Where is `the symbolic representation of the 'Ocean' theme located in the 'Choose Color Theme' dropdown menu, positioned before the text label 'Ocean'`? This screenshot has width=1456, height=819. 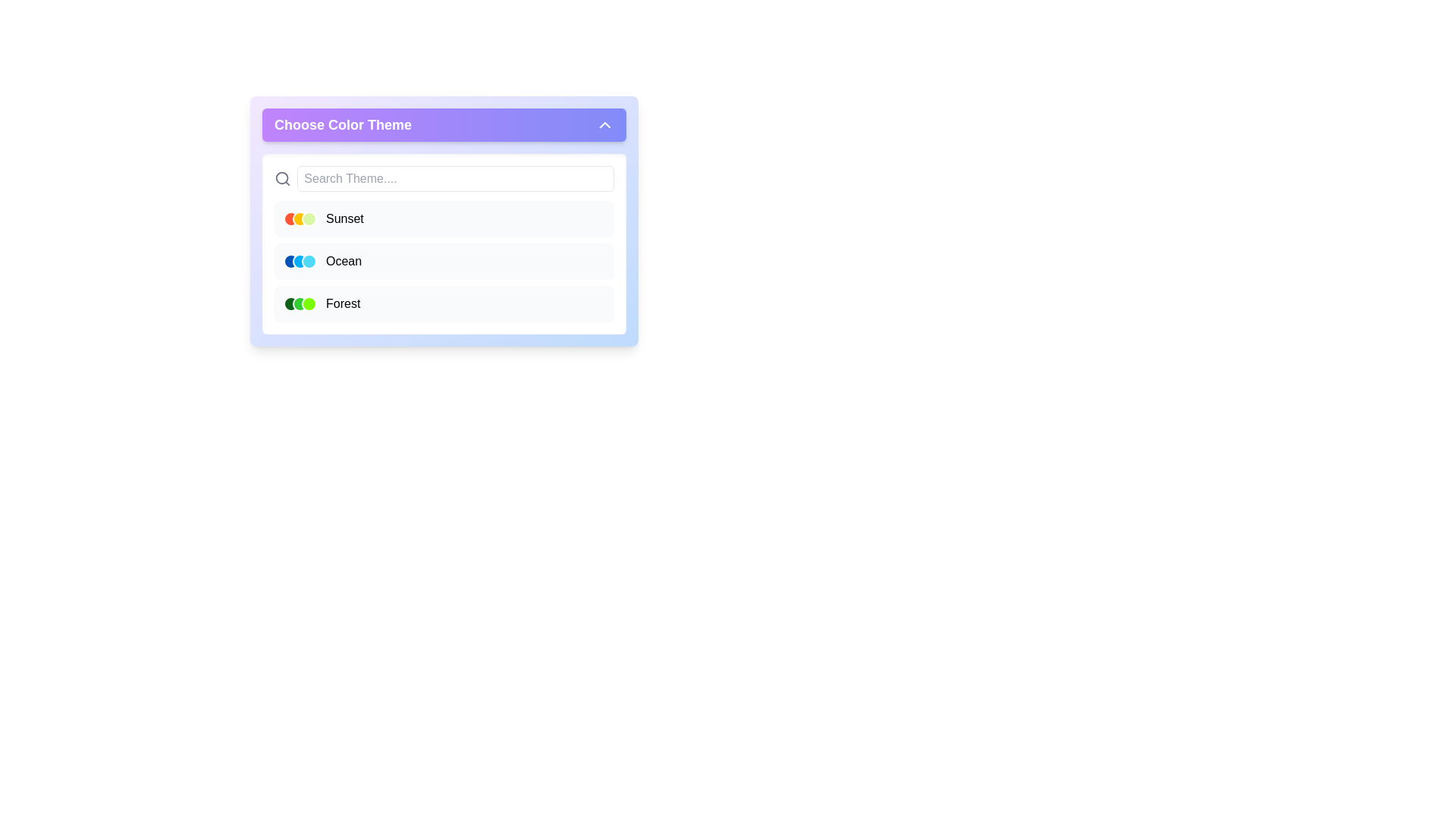 the symbolic representation of the 'Ocean' theme located in the 'Choose Color Theme' dropdown menu, positioned before the text label 'Ocean' is located at coordinates (300, 260).